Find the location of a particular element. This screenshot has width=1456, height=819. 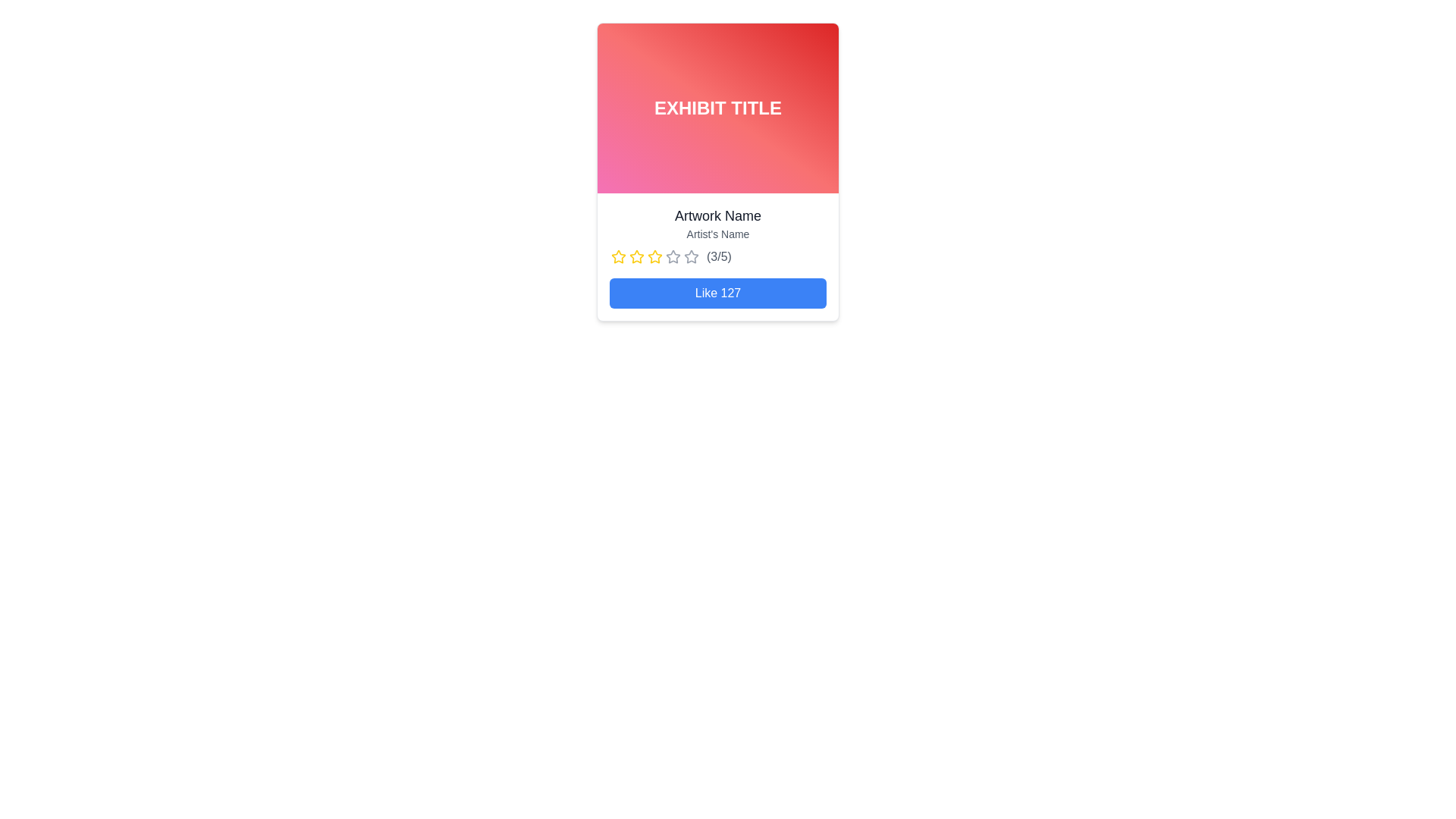

the gray text label displaying '(3/5)', which is located to the immediate right of the star rating system and aligned horizontally with the stars is located at coordinates (718, 256).